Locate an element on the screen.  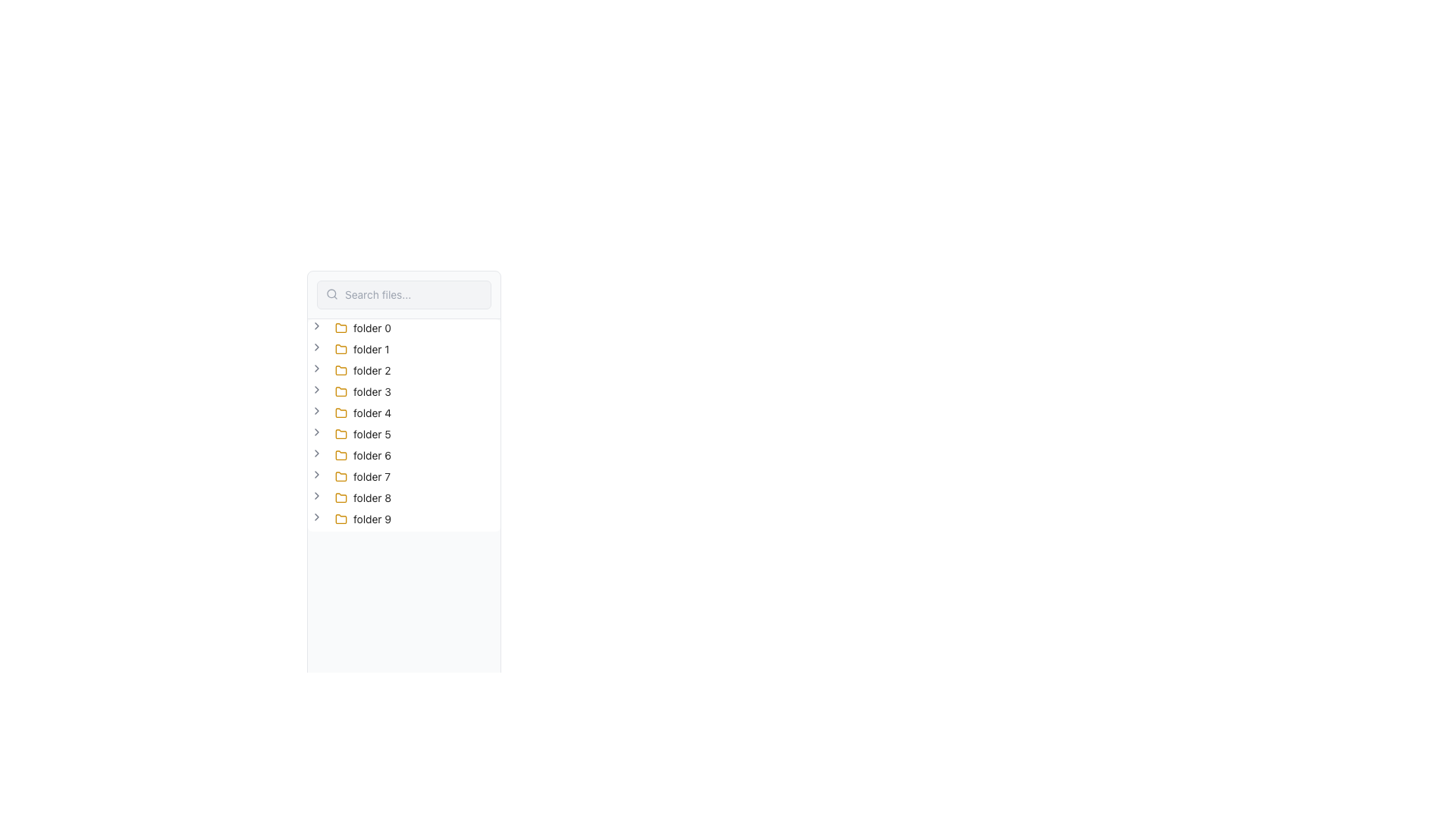
the text label for 'folder 0', which is positioned to the right of the yellow folder icon in the vertical list is located at coordinates (372, 327).